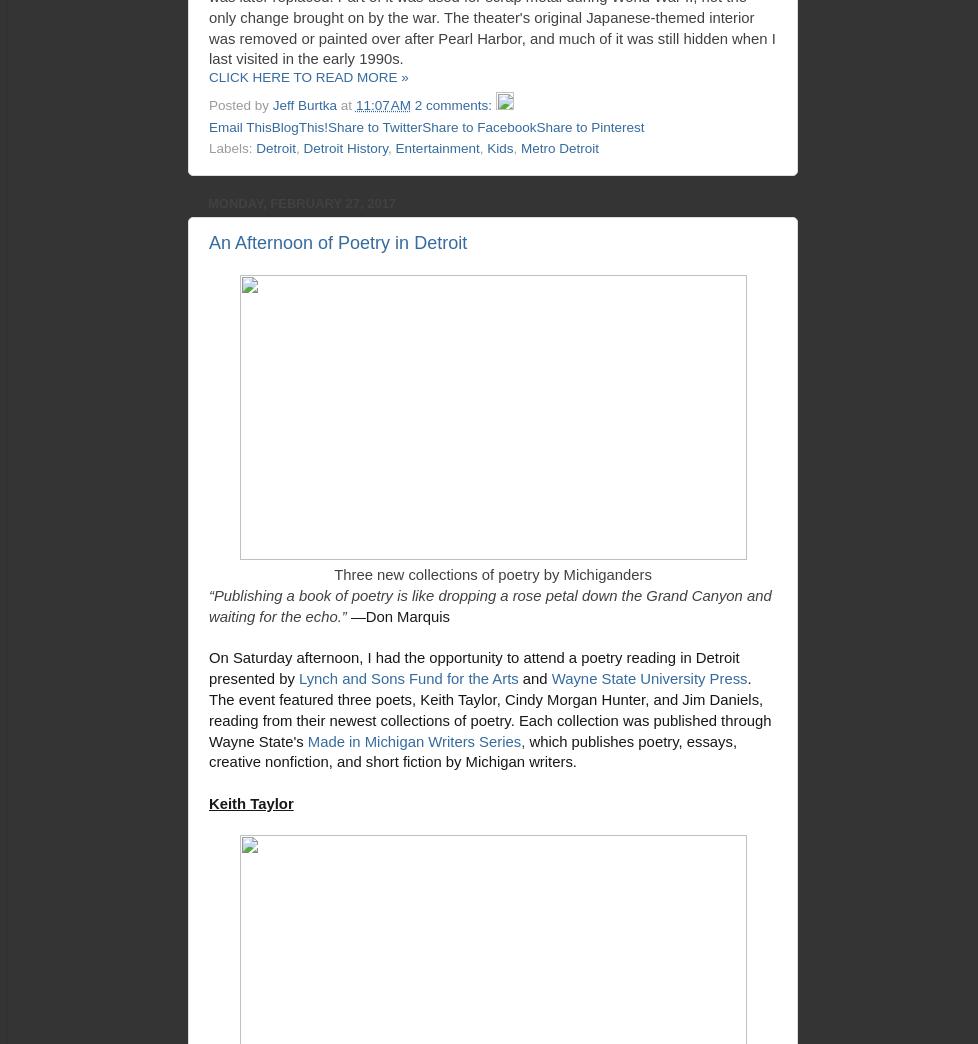 This screenshot has height=1044, width=978. Describe the element at coordinates (307, 77) in the screenshot. I see `'CLICK HERE TO READ MORE »'` at that location.